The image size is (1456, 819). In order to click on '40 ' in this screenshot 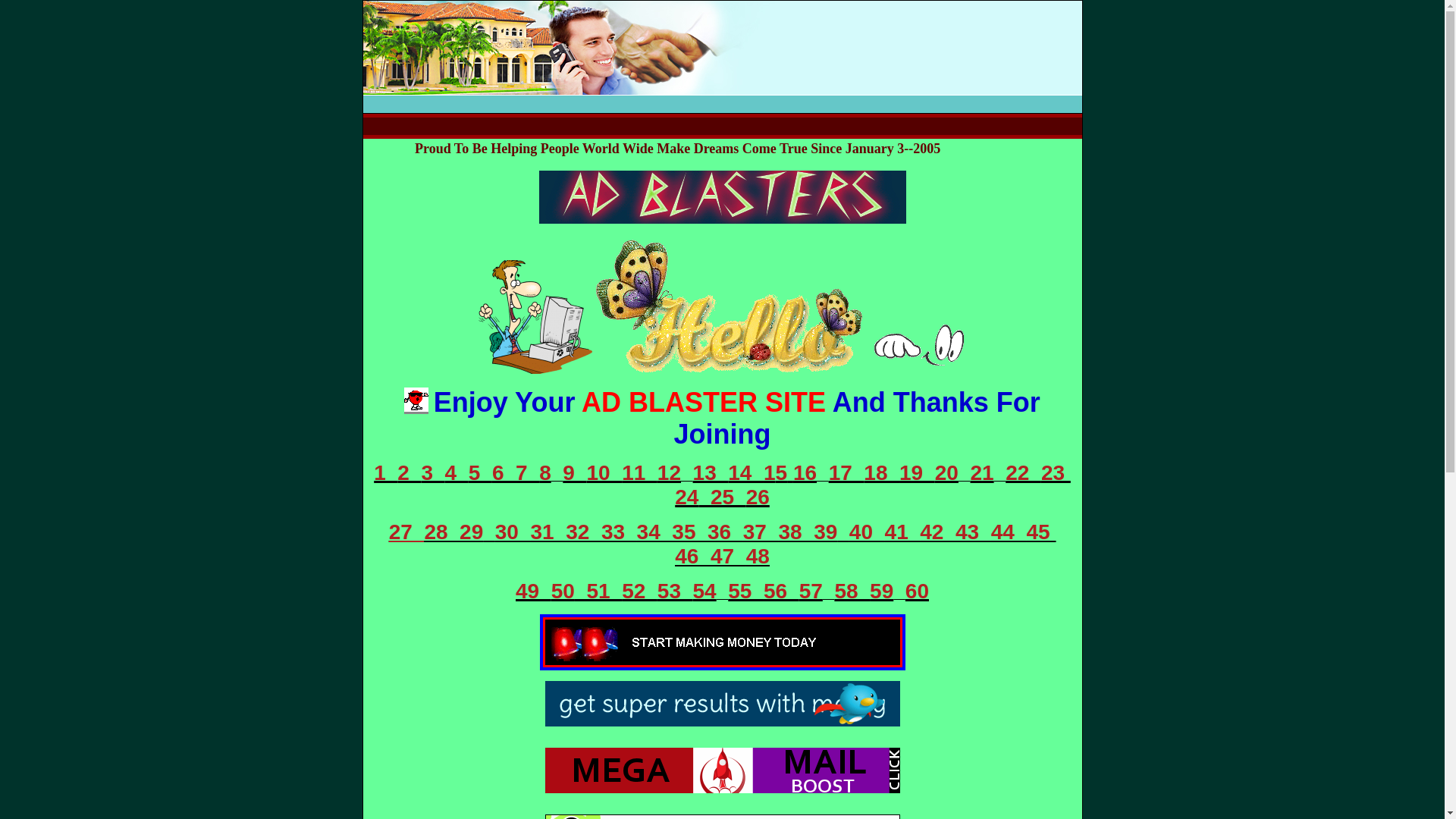, I will do `click(867, 531)`.